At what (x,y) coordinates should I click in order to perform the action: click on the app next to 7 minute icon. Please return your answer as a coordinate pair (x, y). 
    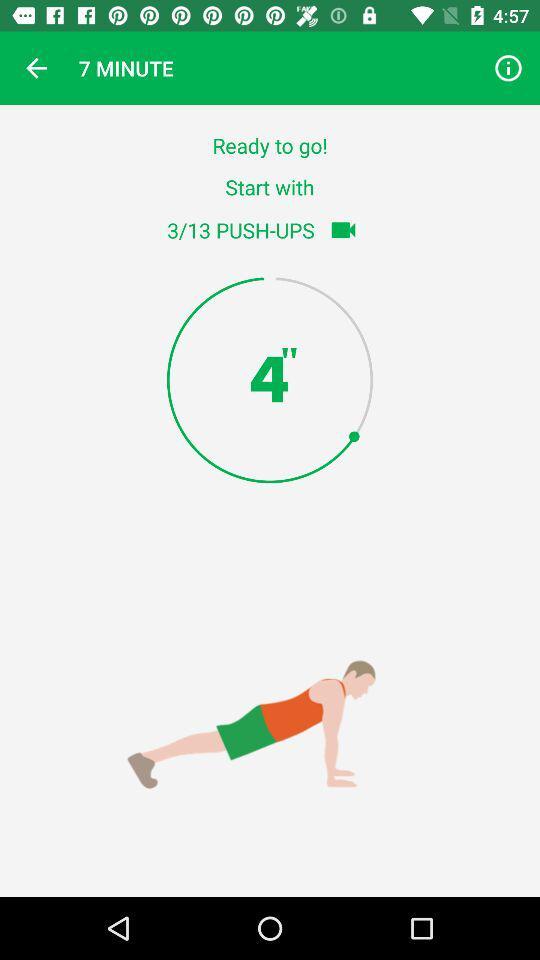
    Looking at the image, I should click on (36, 68).